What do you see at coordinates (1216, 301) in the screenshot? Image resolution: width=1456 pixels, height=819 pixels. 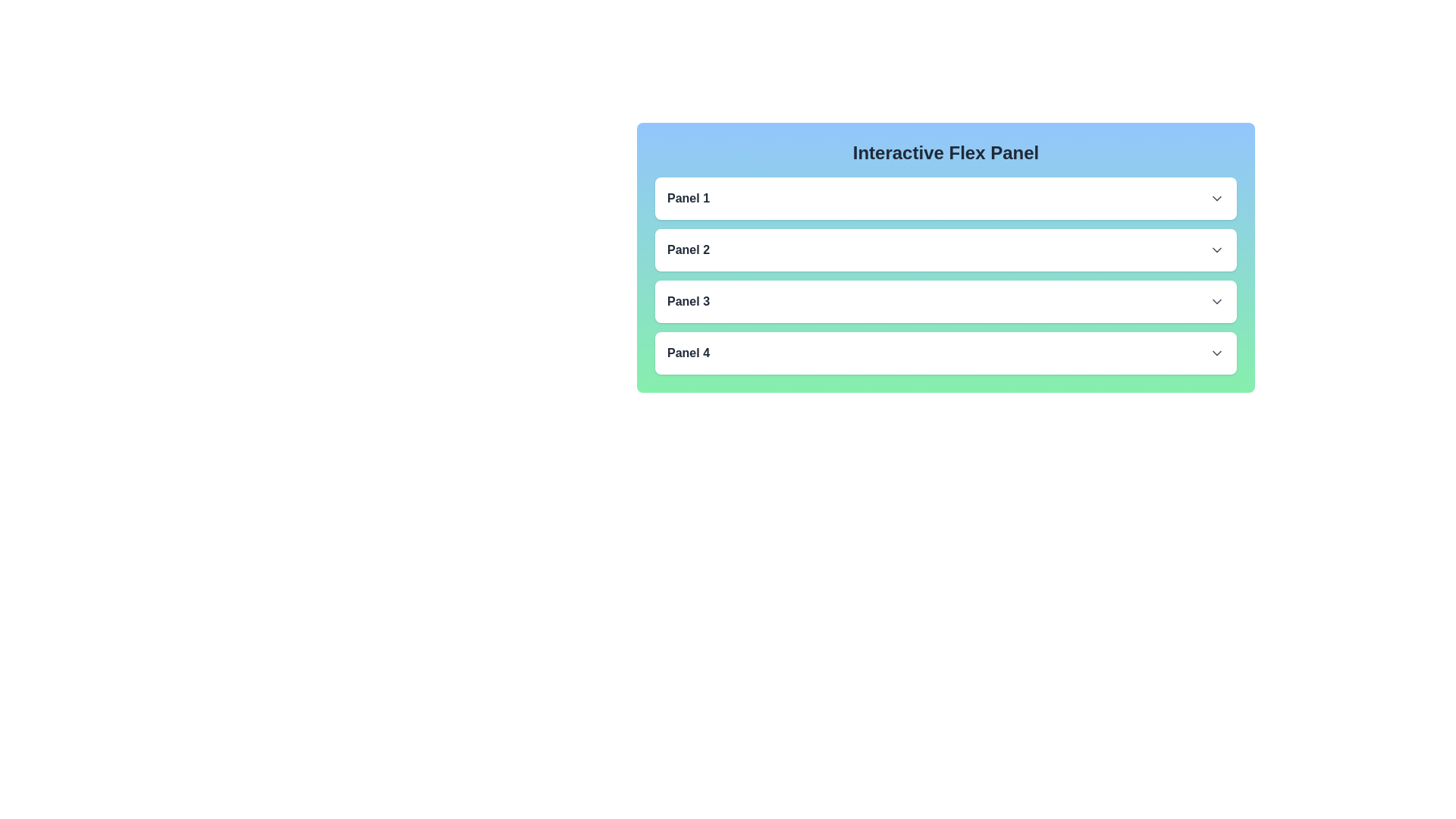 I see `the SVG Icon that indicates the collapsible state of 'Panel 3', located to the right of the label 'Panel 3'` at bounding box center [1216, 301].